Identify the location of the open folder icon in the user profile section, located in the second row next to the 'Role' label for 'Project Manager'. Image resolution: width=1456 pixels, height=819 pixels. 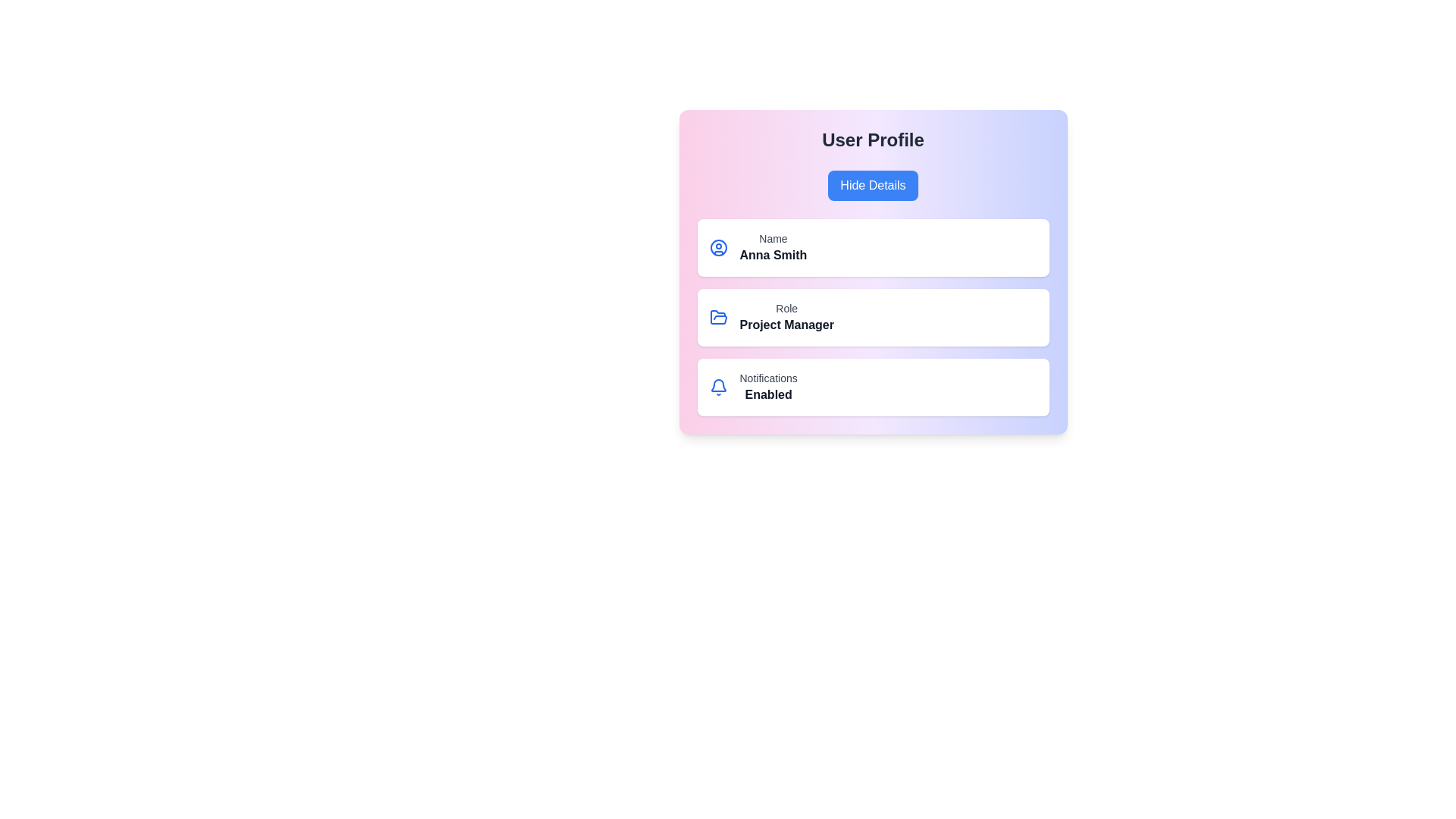
(717, 316).